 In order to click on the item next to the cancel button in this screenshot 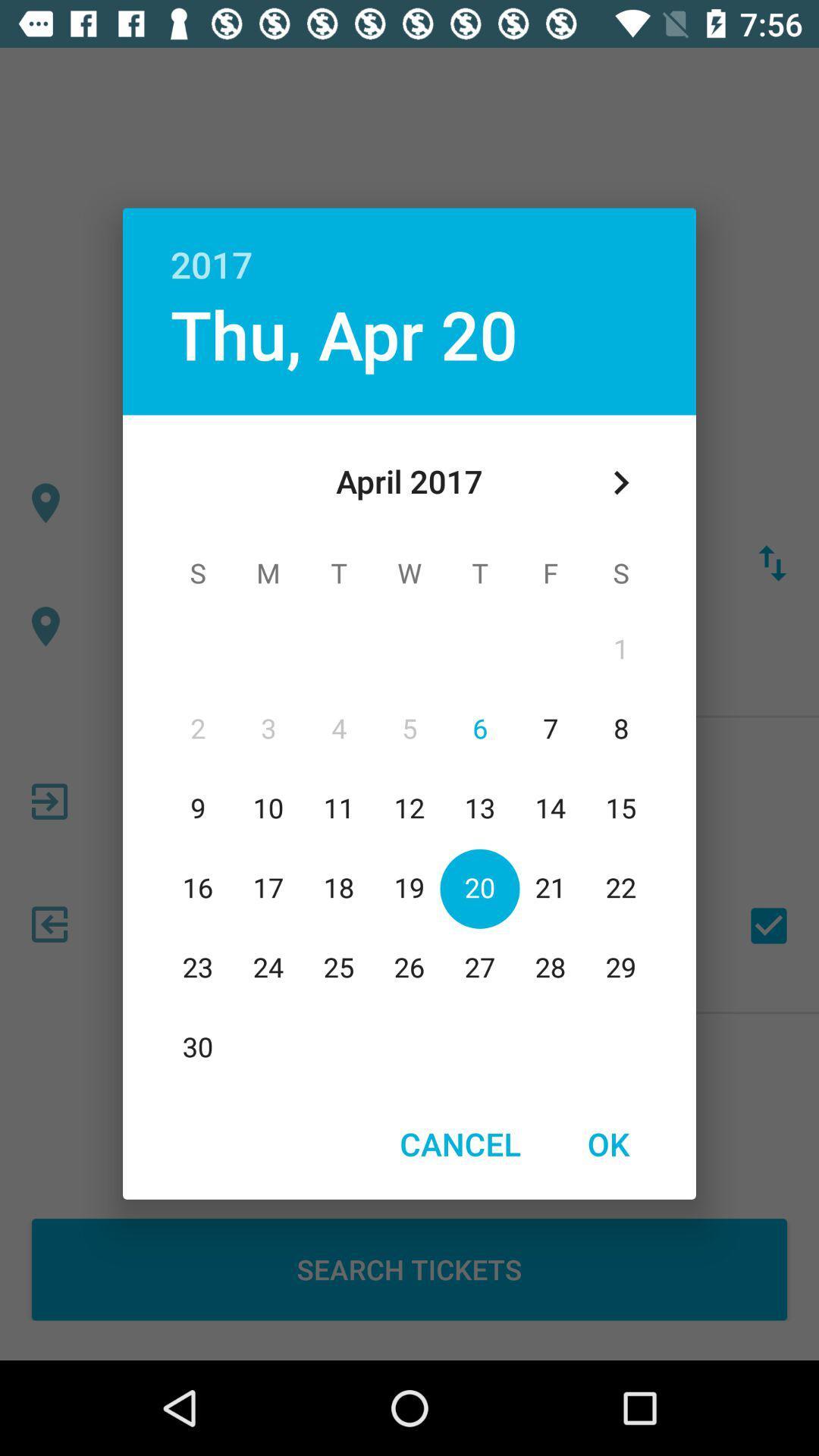, I will do `click(607, 1144)`.